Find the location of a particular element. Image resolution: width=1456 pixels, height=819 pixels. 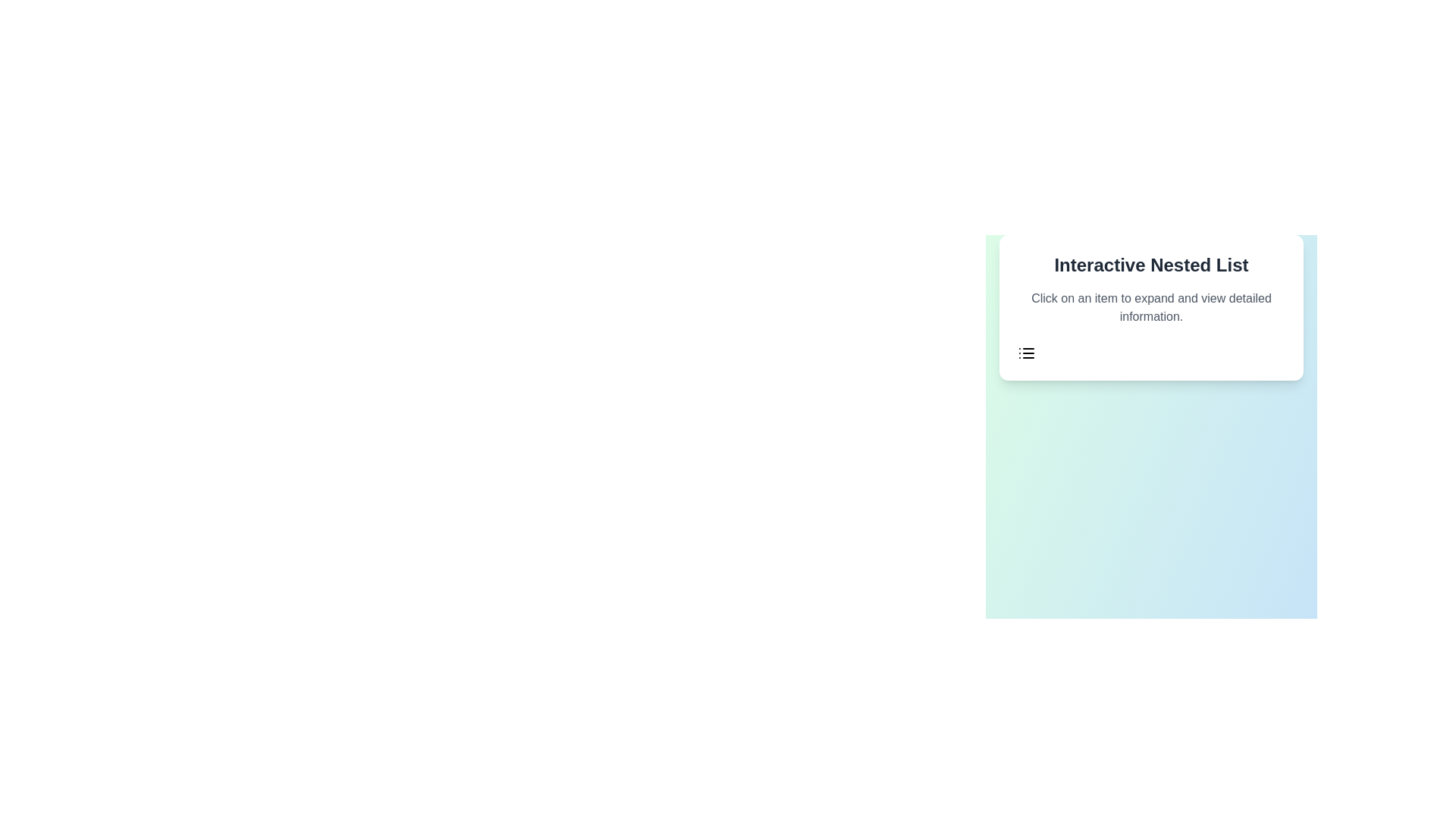

the title Static Text element located at the top of the card, which indicates the content or functionality represented by the card is located at coordinates (1151, 265).